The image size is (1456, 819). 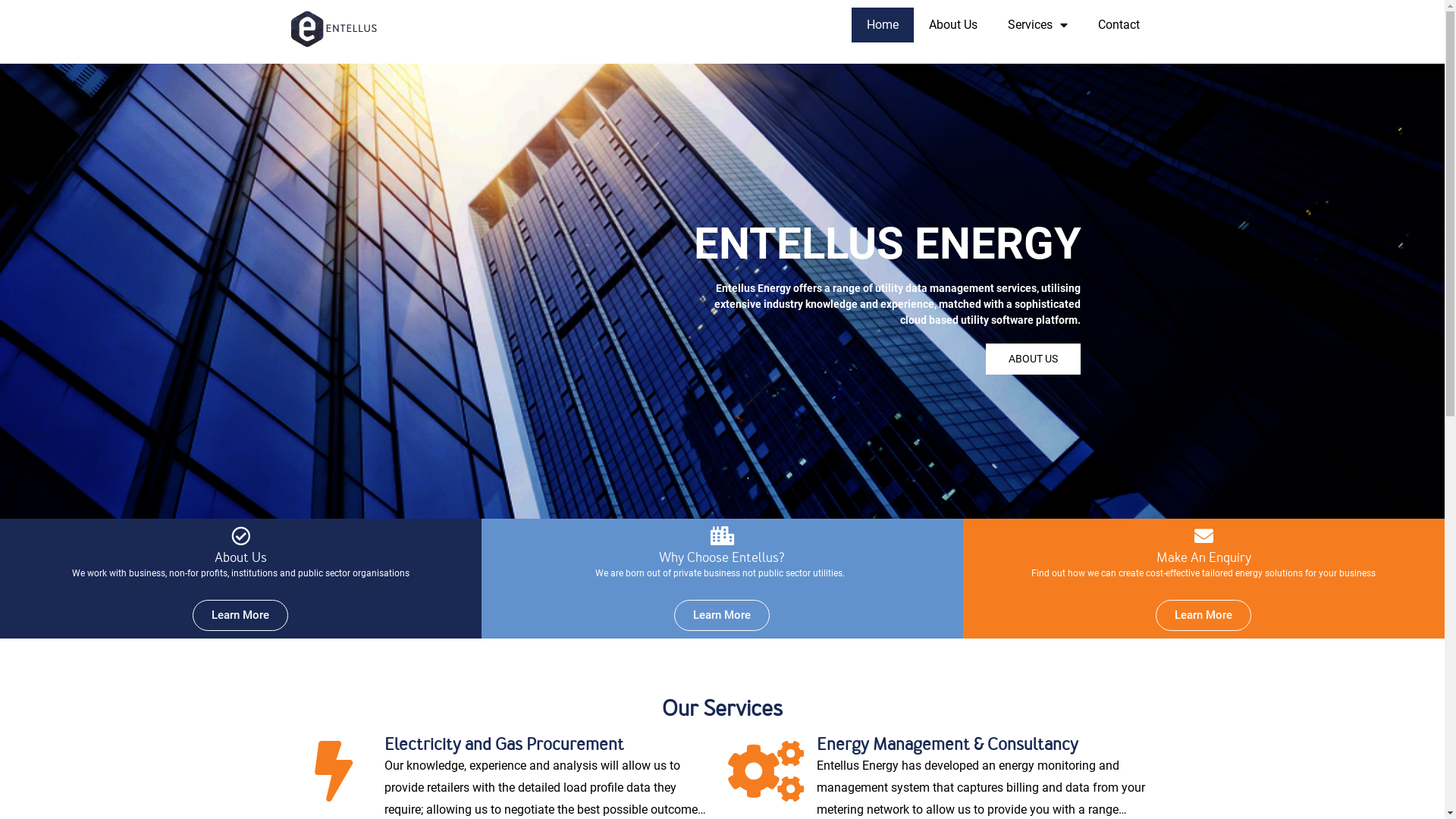 I want to click on 'About Us', so click(x=912, y=25).